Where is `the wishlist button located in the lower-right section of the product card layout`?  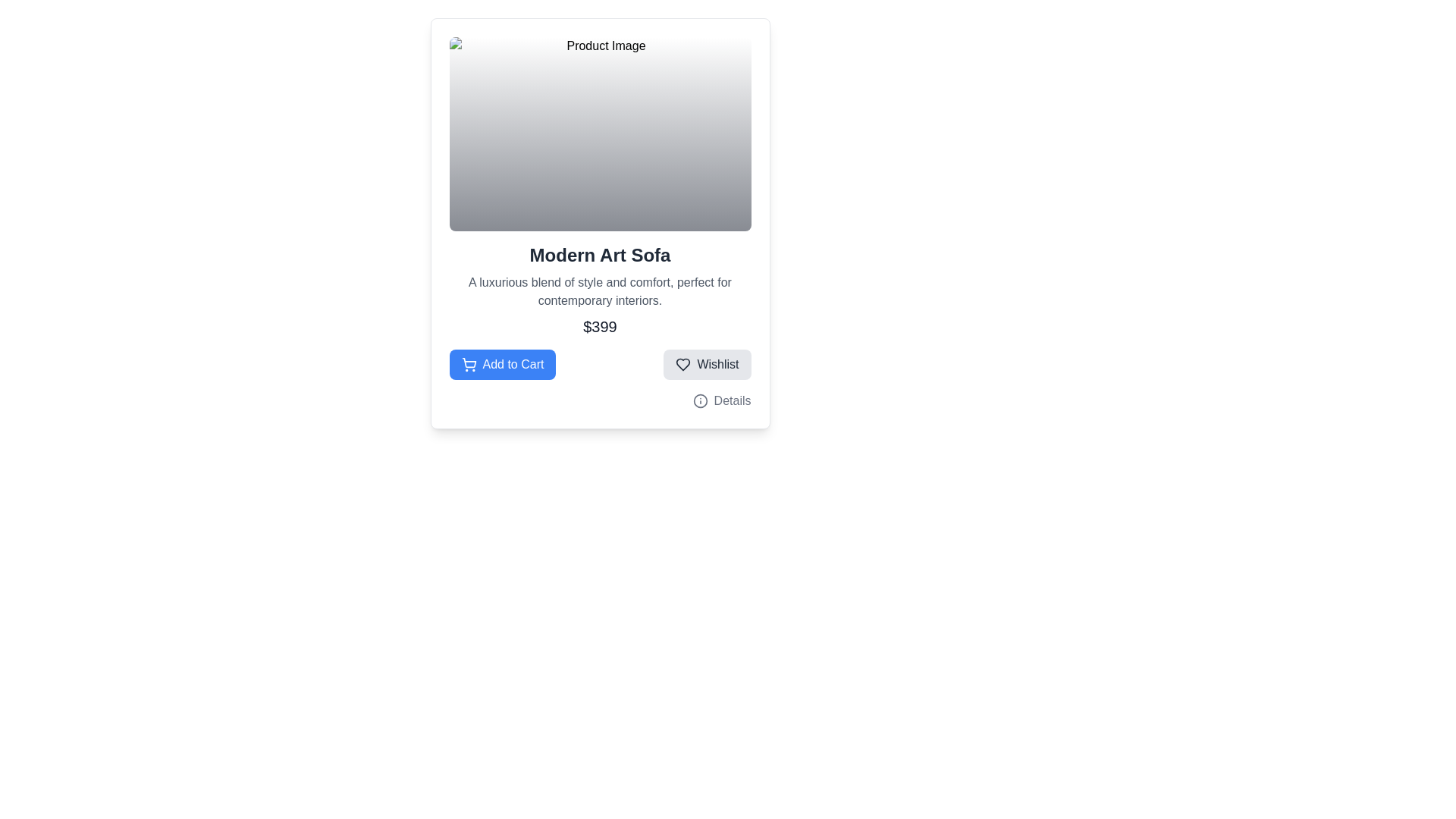 the wishlist button located in the lower-right section of the product card layout is located at coordinates (706, 365).